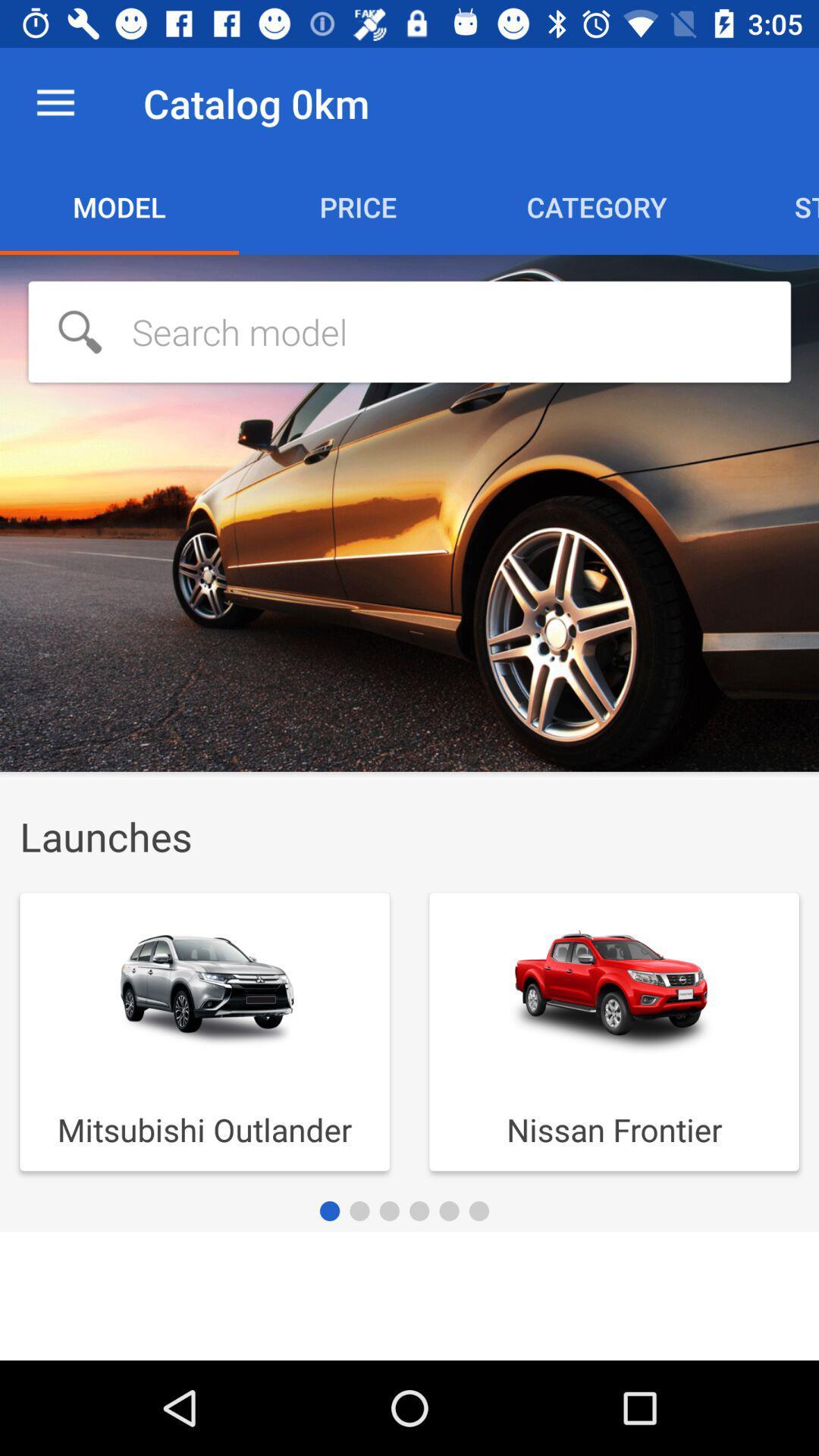  What do you see at coordinates (55, 102) in the screenshot?
I see `item above model icon` at bounding box center [55, 102].